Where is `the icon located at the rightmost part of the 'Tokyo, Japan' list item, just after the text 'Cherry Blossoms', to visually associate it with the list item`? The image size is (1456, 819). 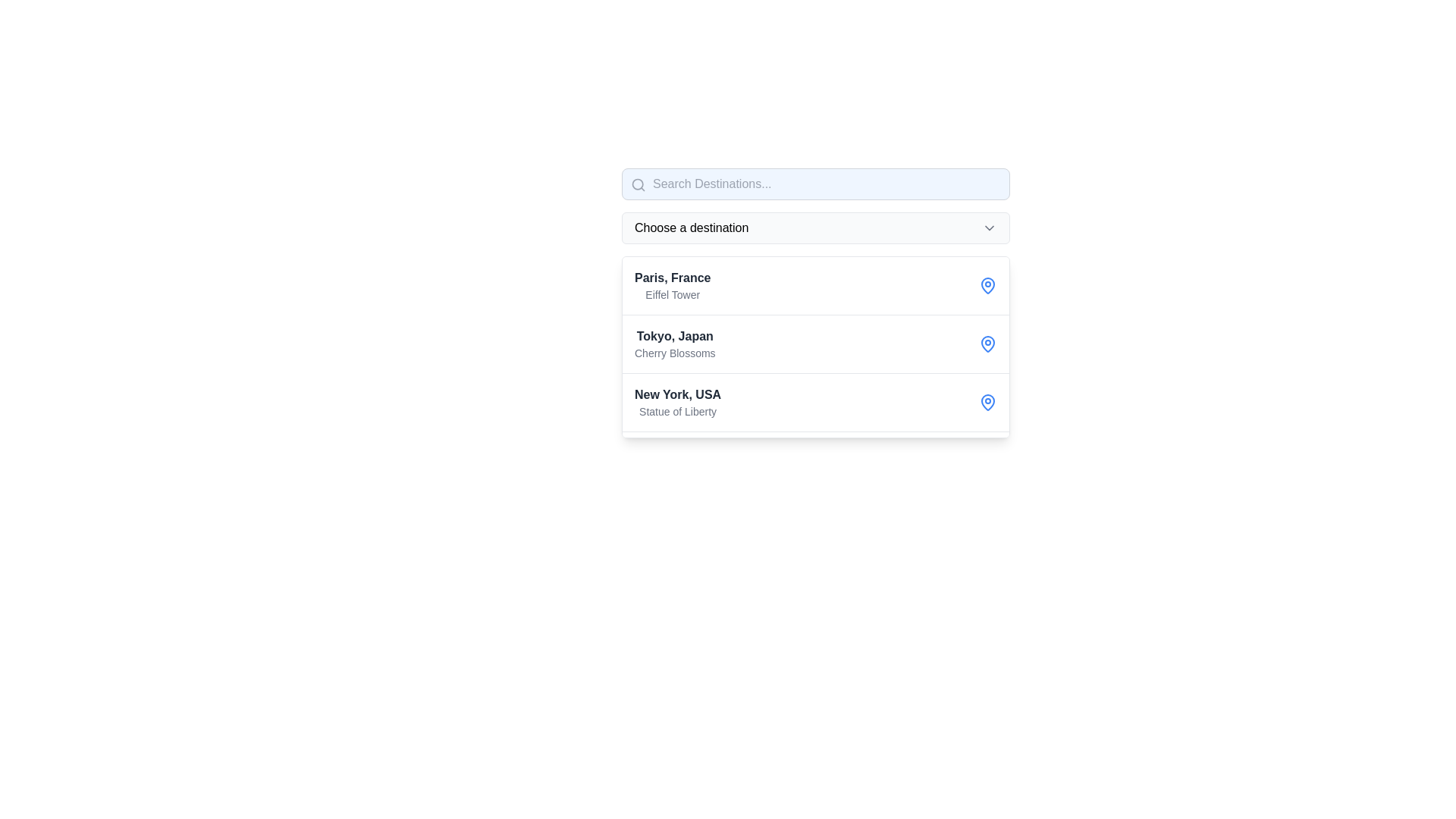 the icon located at the rightmost part of the 'Tokyo, Japan' list item, just after the text 'Cherry Blossoms', to visually associate it with the list item is located at coordinates (987, 344).